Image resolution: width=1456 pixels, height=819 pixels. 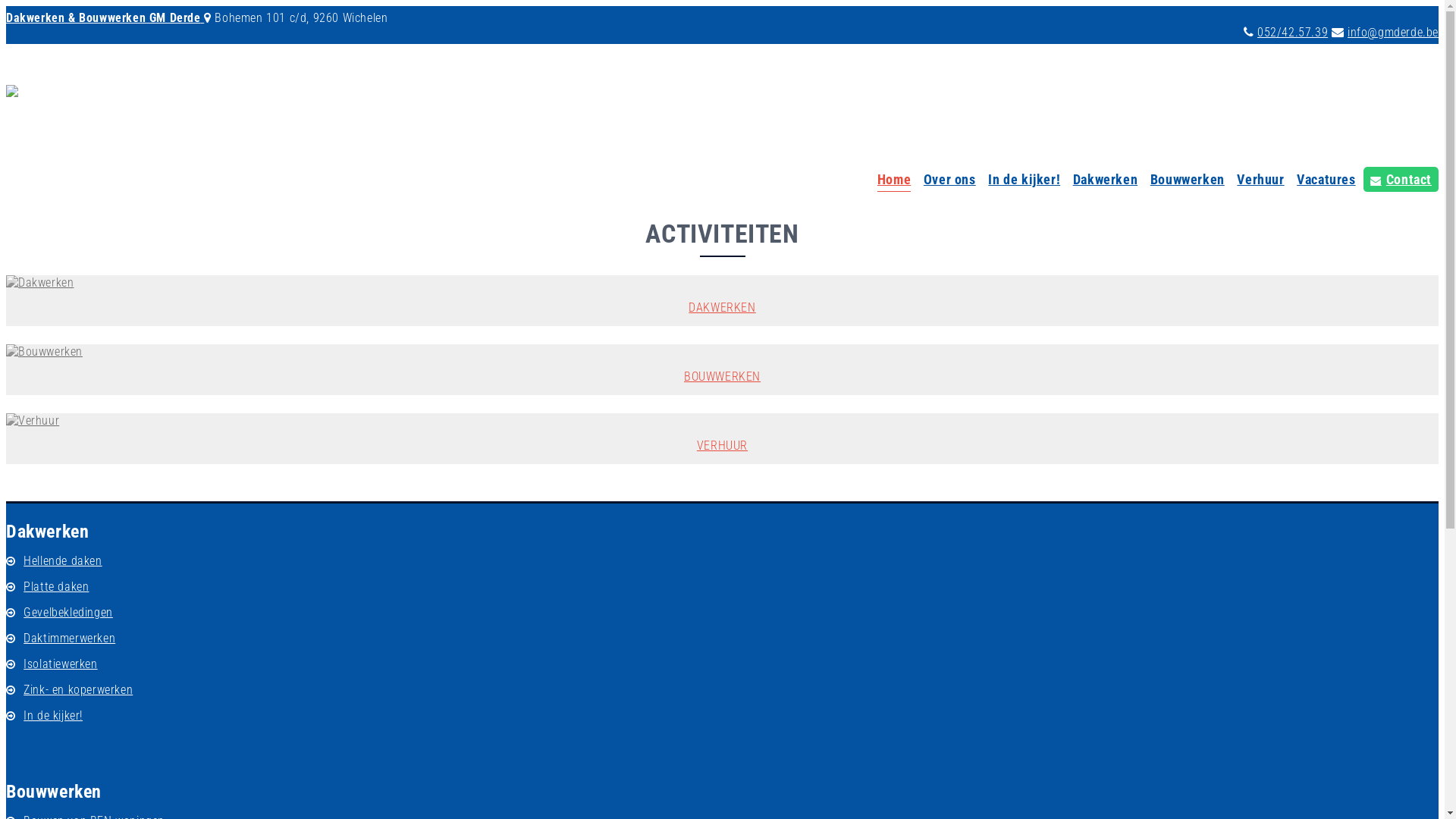 I want to click on 'Home', so click(x=894, y=180).